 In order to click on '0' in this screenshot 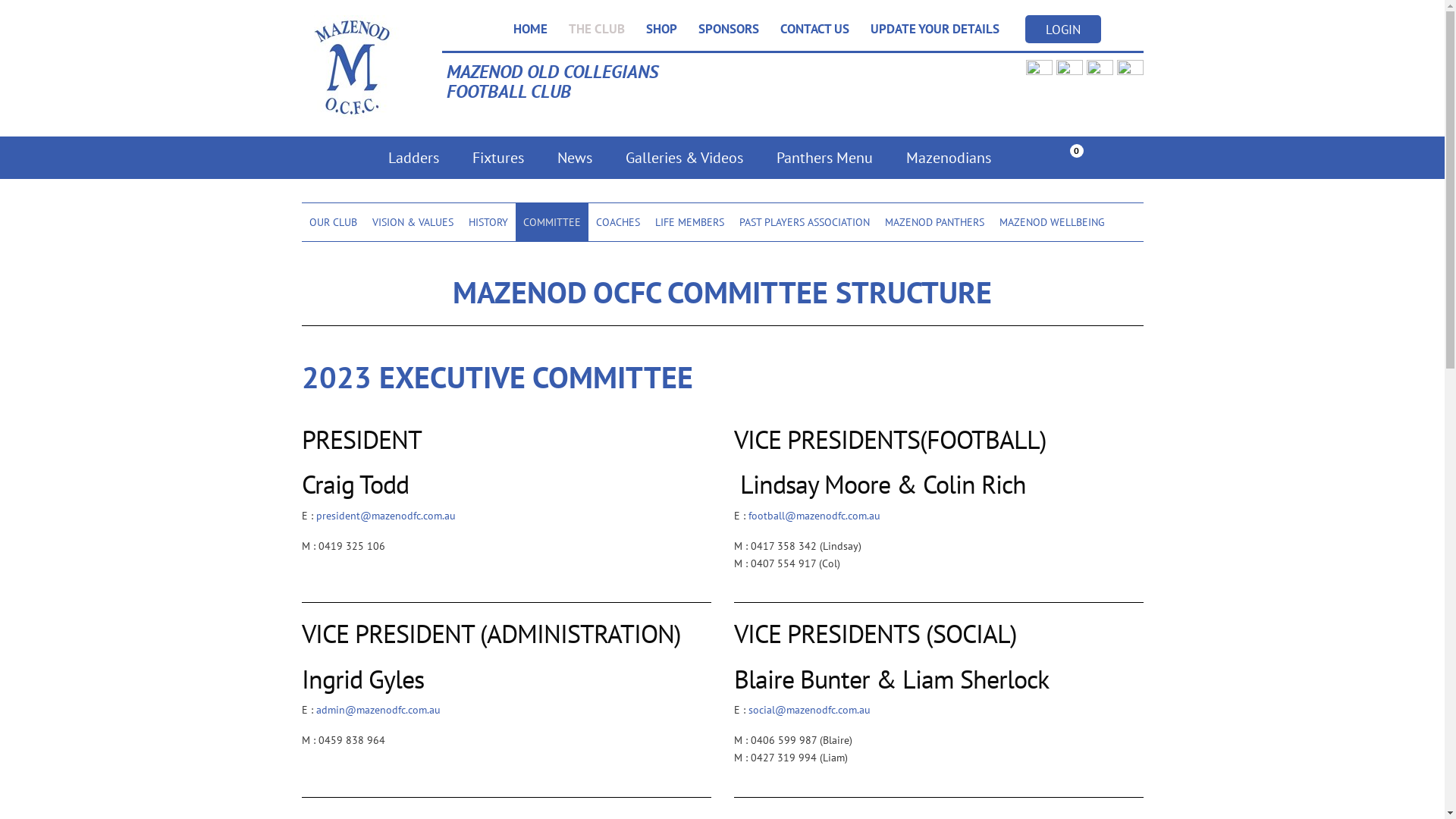, I will do `click(1066, 158)`.